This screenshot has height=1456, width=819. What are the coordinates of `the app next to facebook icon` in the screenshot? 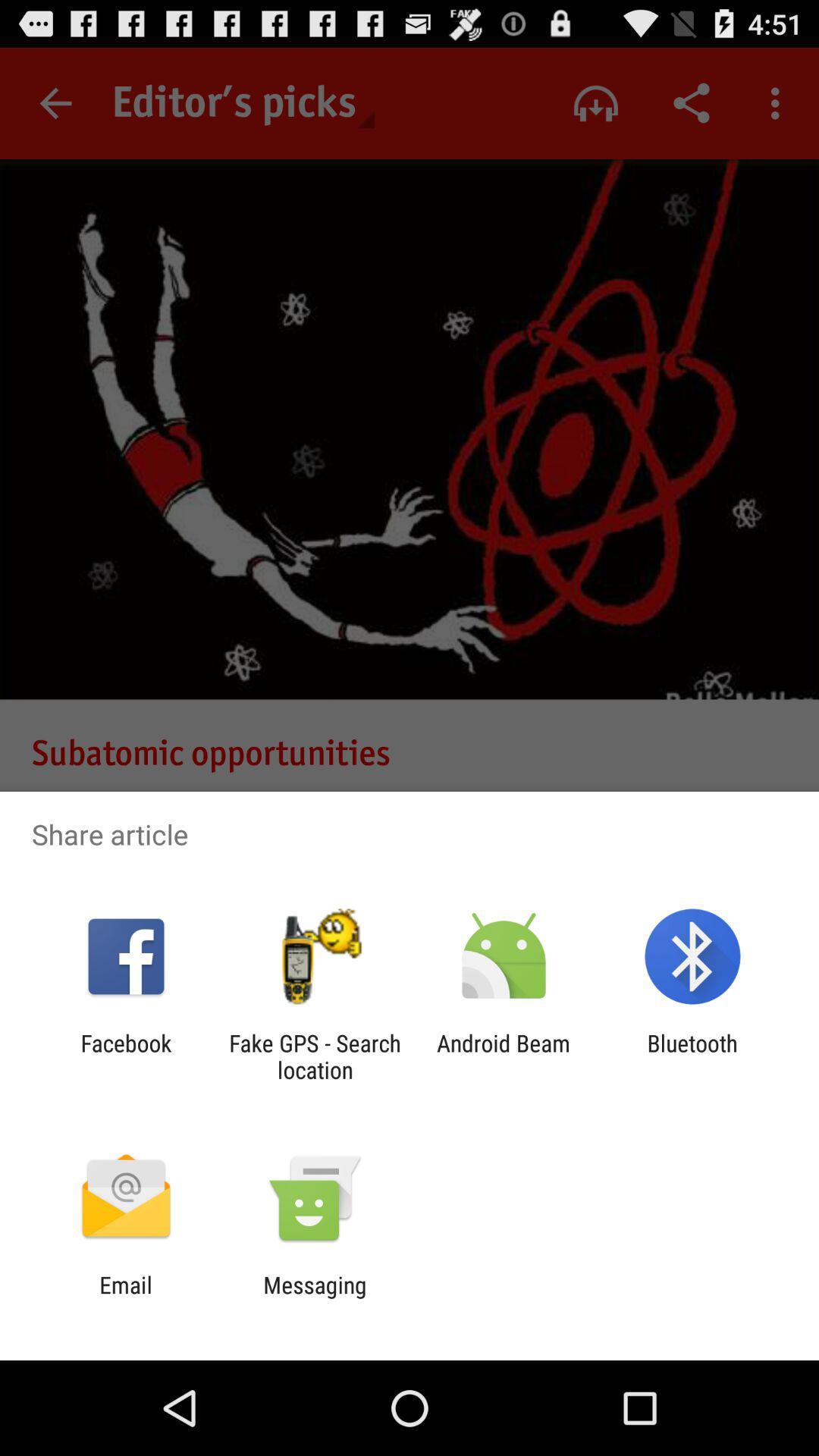 It's located at (314, 1056).